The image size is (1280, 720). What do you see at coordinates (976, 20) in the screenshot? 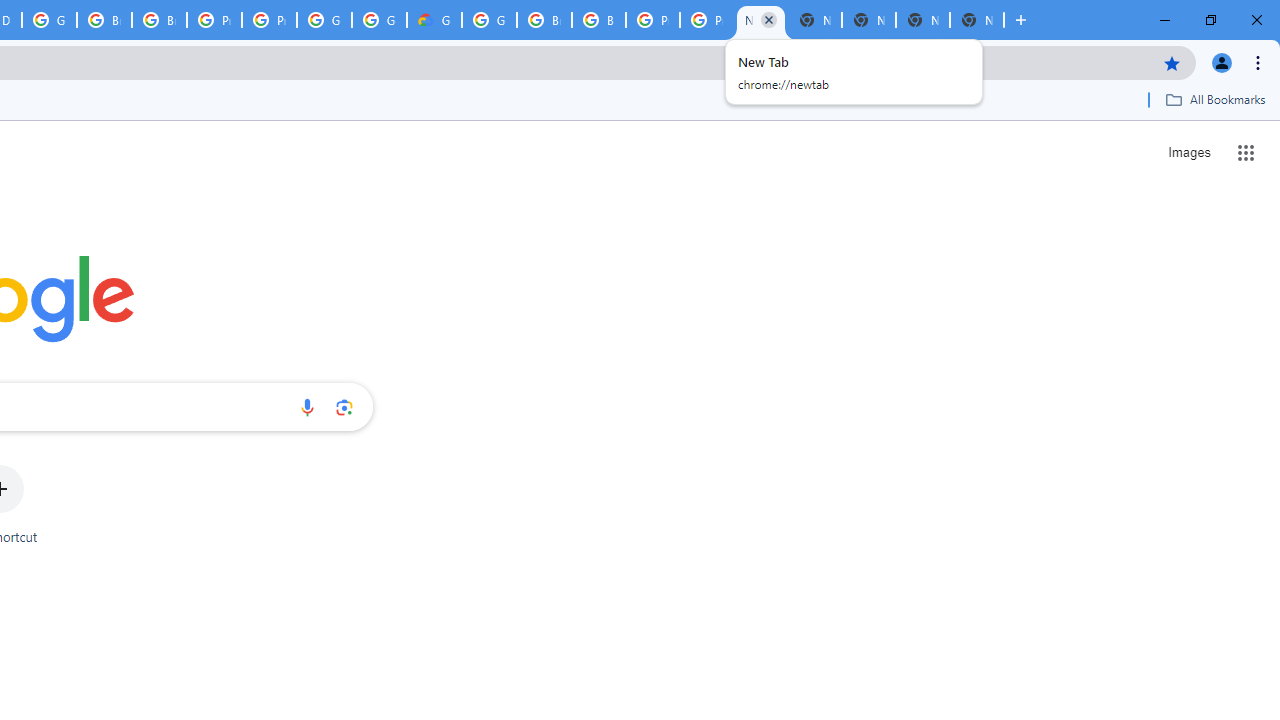
I see `'New Tab'` at bounding box center [976, 20].